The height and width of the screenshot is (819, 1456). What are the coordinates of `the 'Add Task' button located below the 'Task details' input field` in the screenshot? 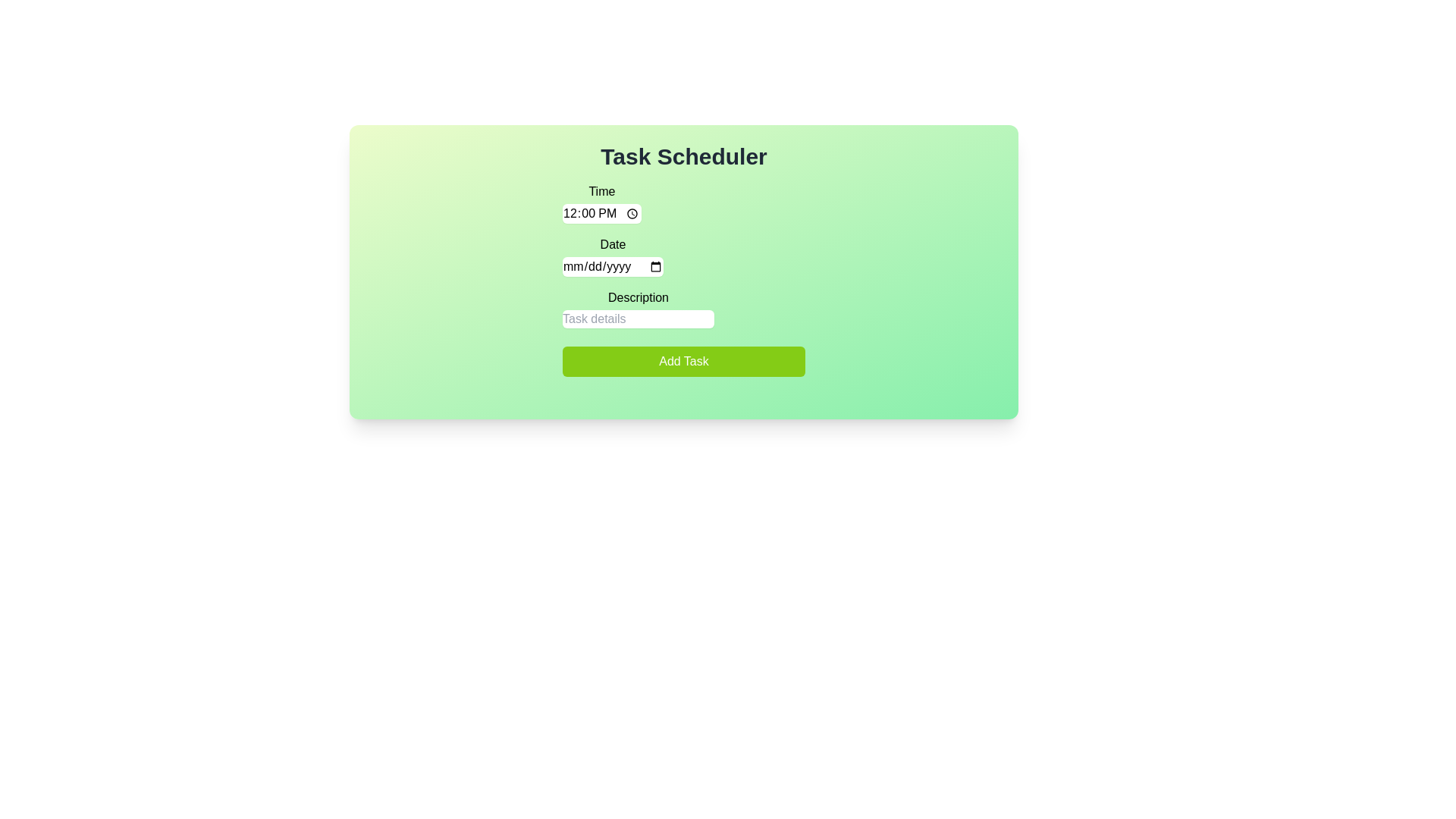 It's located at (683, 362).